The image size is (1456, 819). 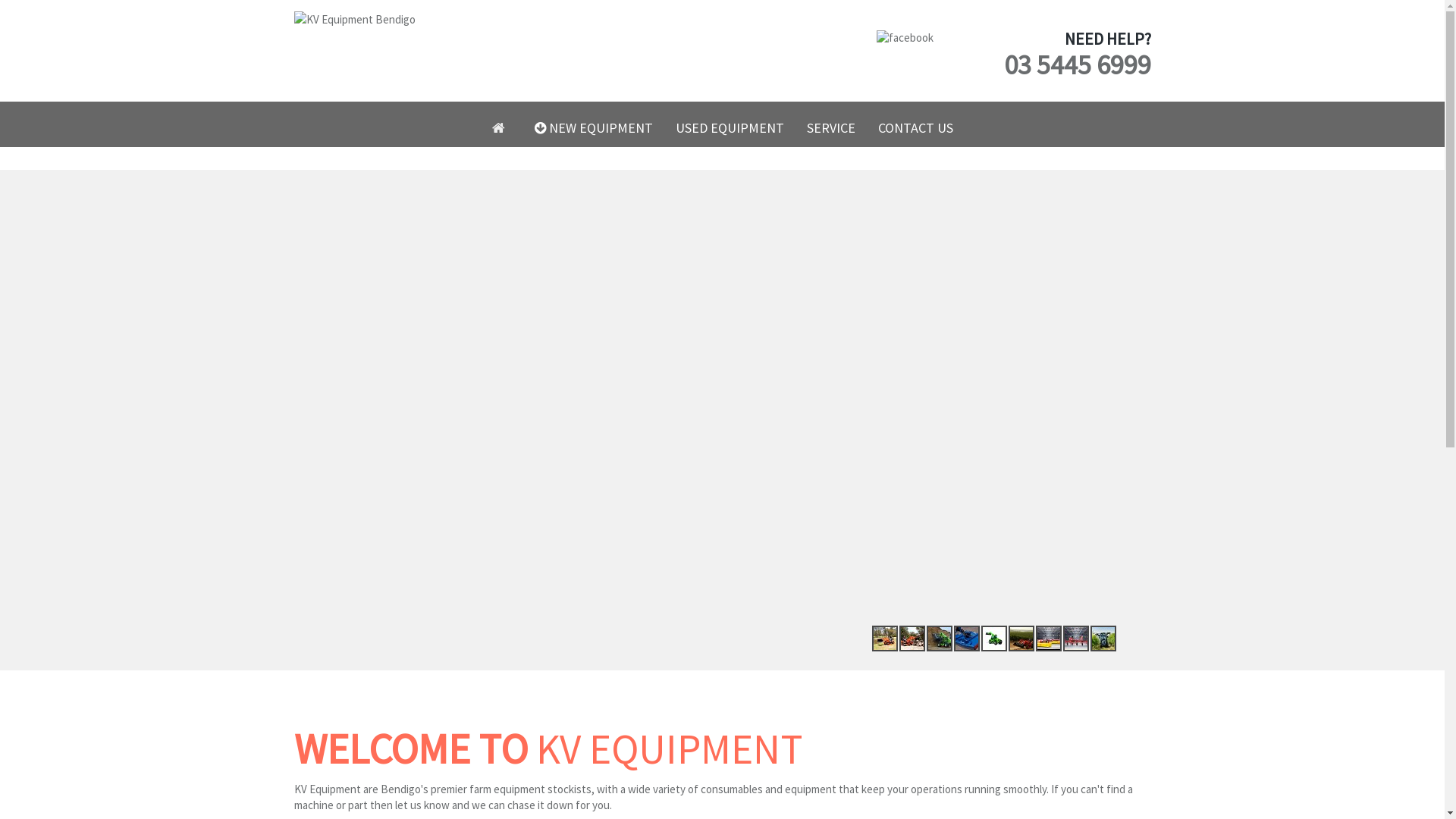 I want to click on 'SERVICE', so click(x=829, y=127).